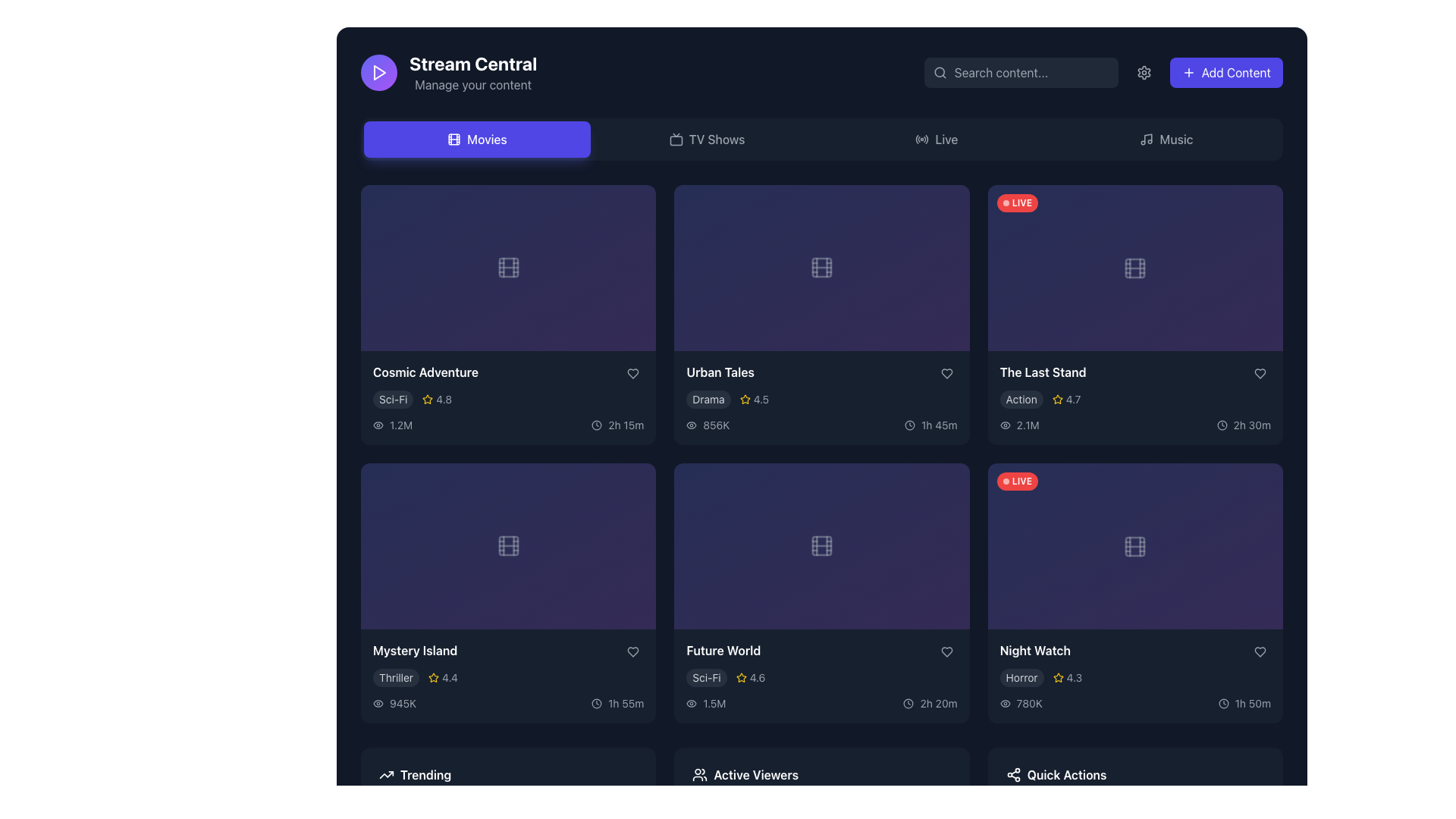 The width and height of the screenshot is (1456, 819). I want to click on the 'favorite' or 'like' button located in the top-right corner of the movie card for 'Urban Tales', so click(633, 374).